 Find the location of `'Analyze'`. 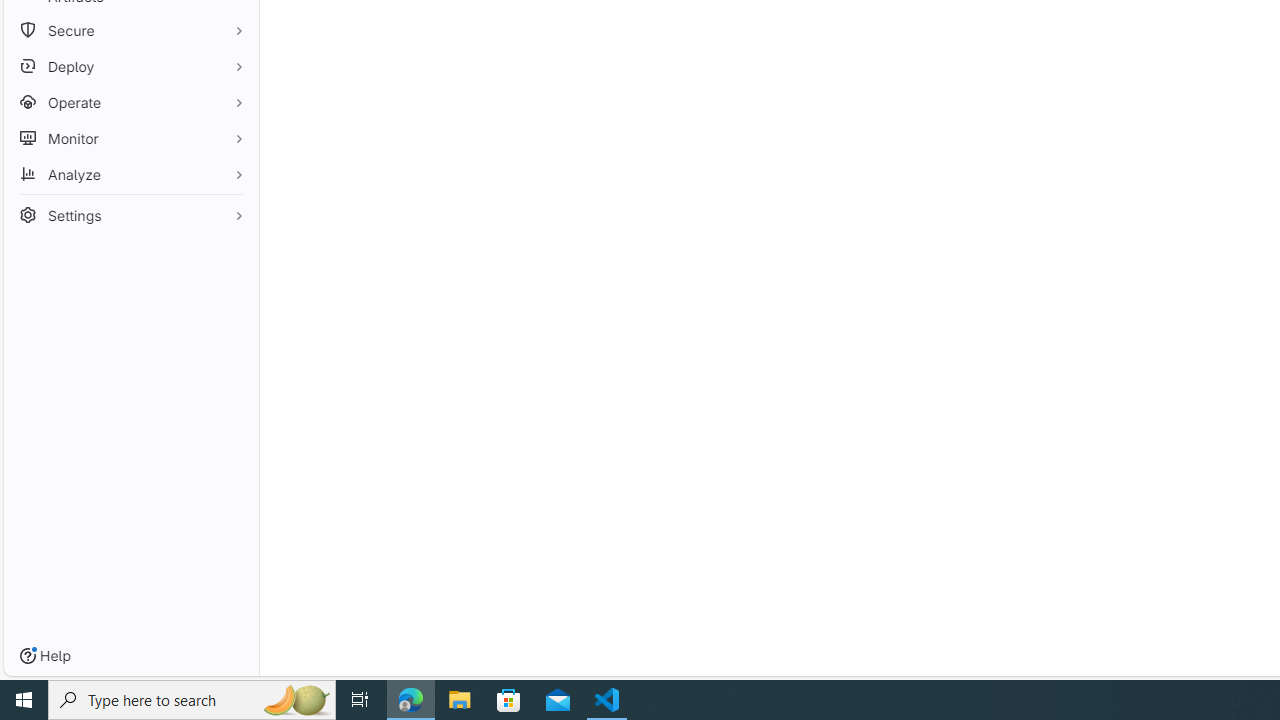

'Analyze' is located at coordinates (130, 173).